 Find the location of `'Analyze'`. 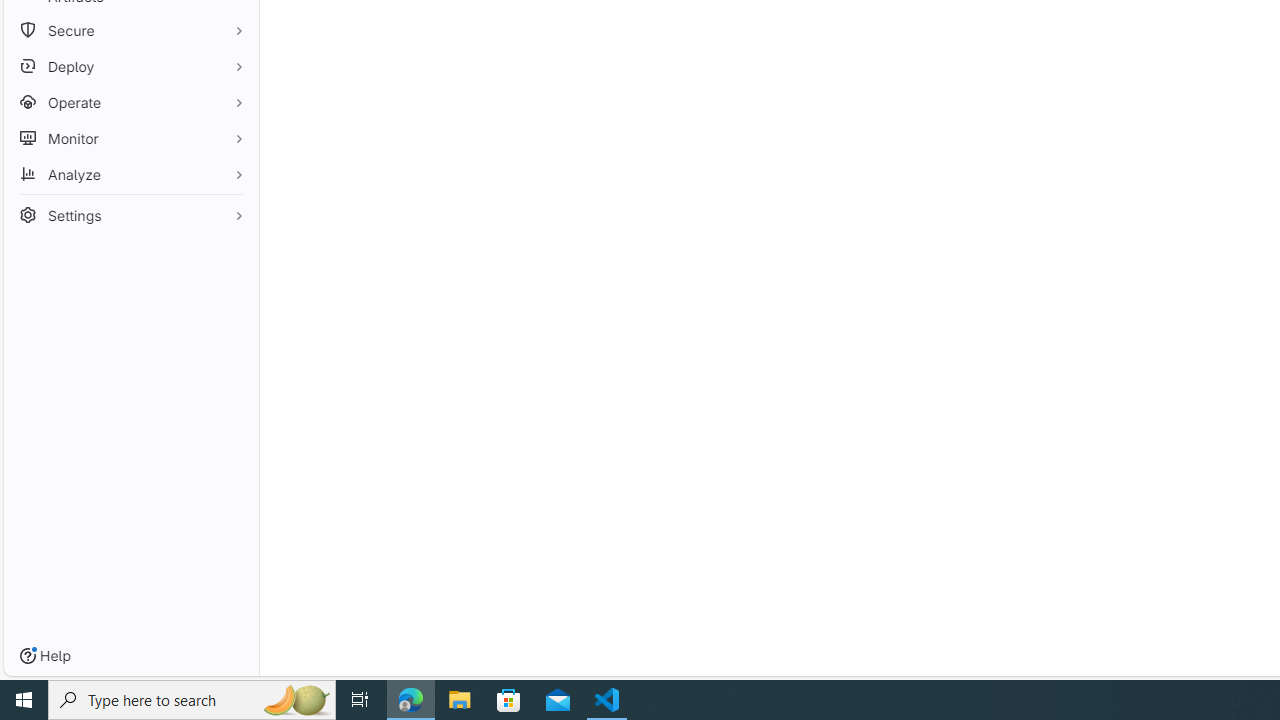

'Analyze' is located at coordinates (130, 173).